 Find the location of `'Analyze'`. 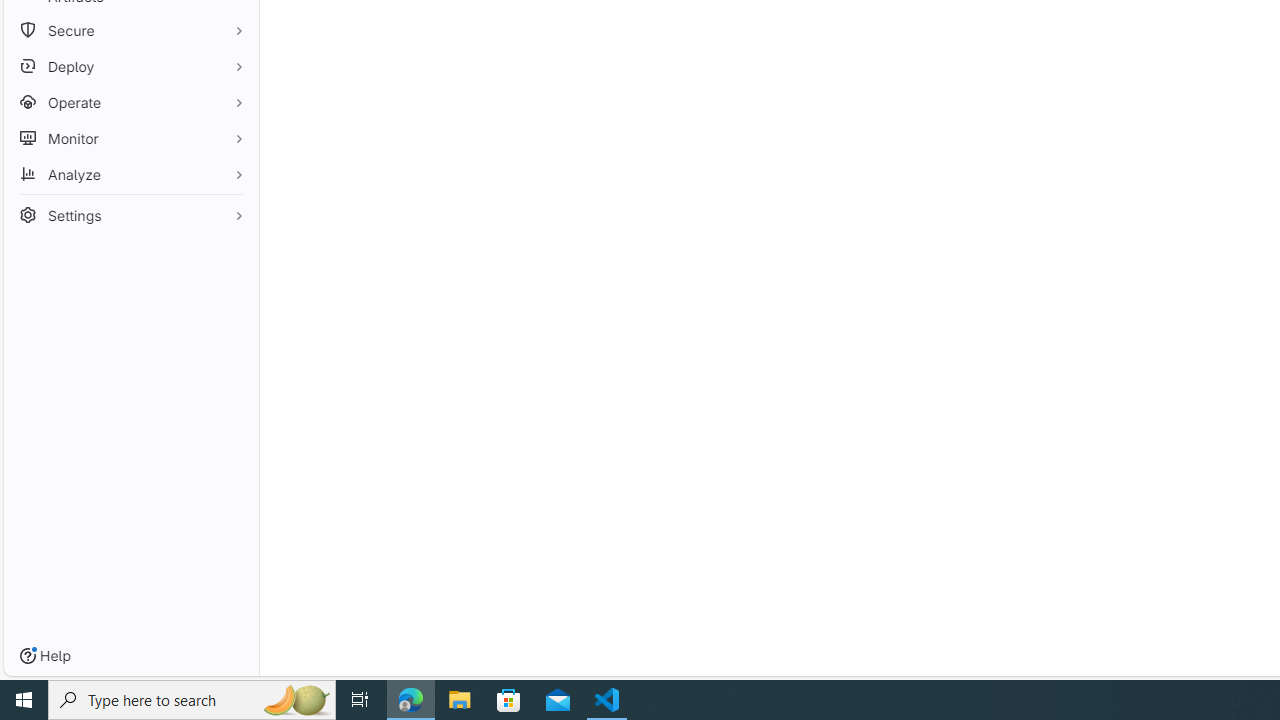

'Analyze' is located at coordinates (130, 173).